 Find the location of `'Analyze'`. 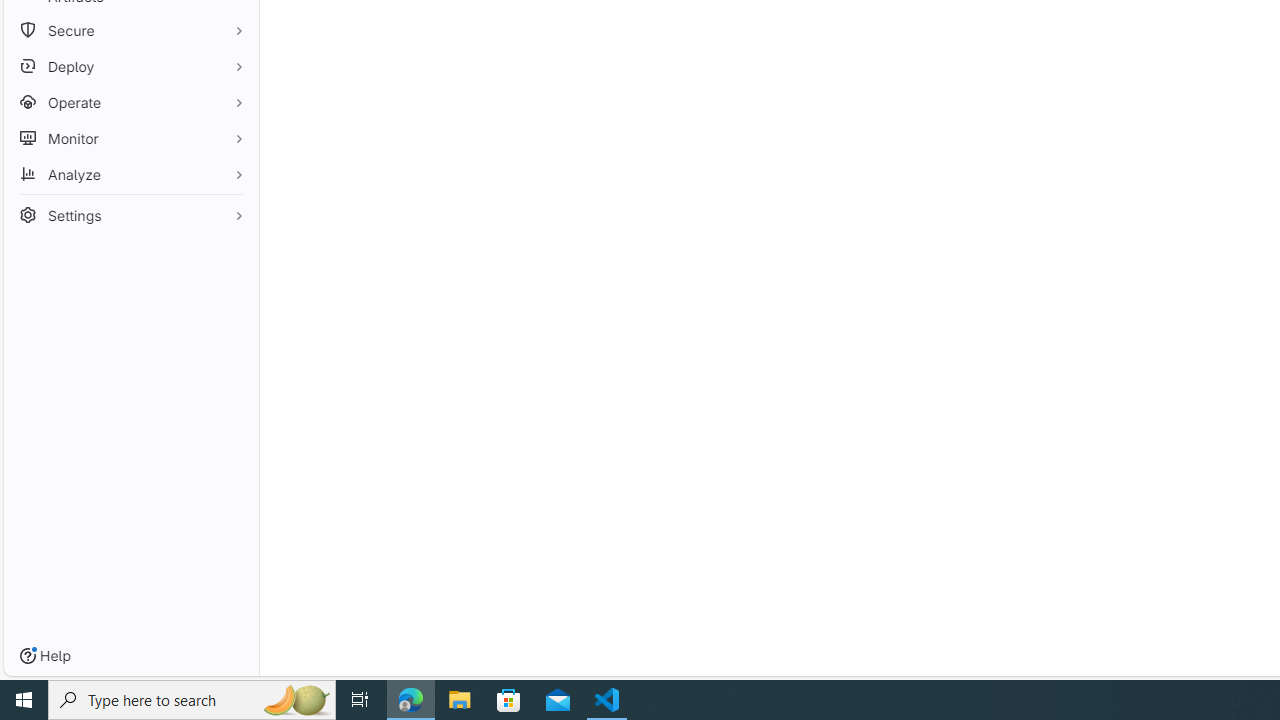

'Analyze' is located at coordinates (130, 173).